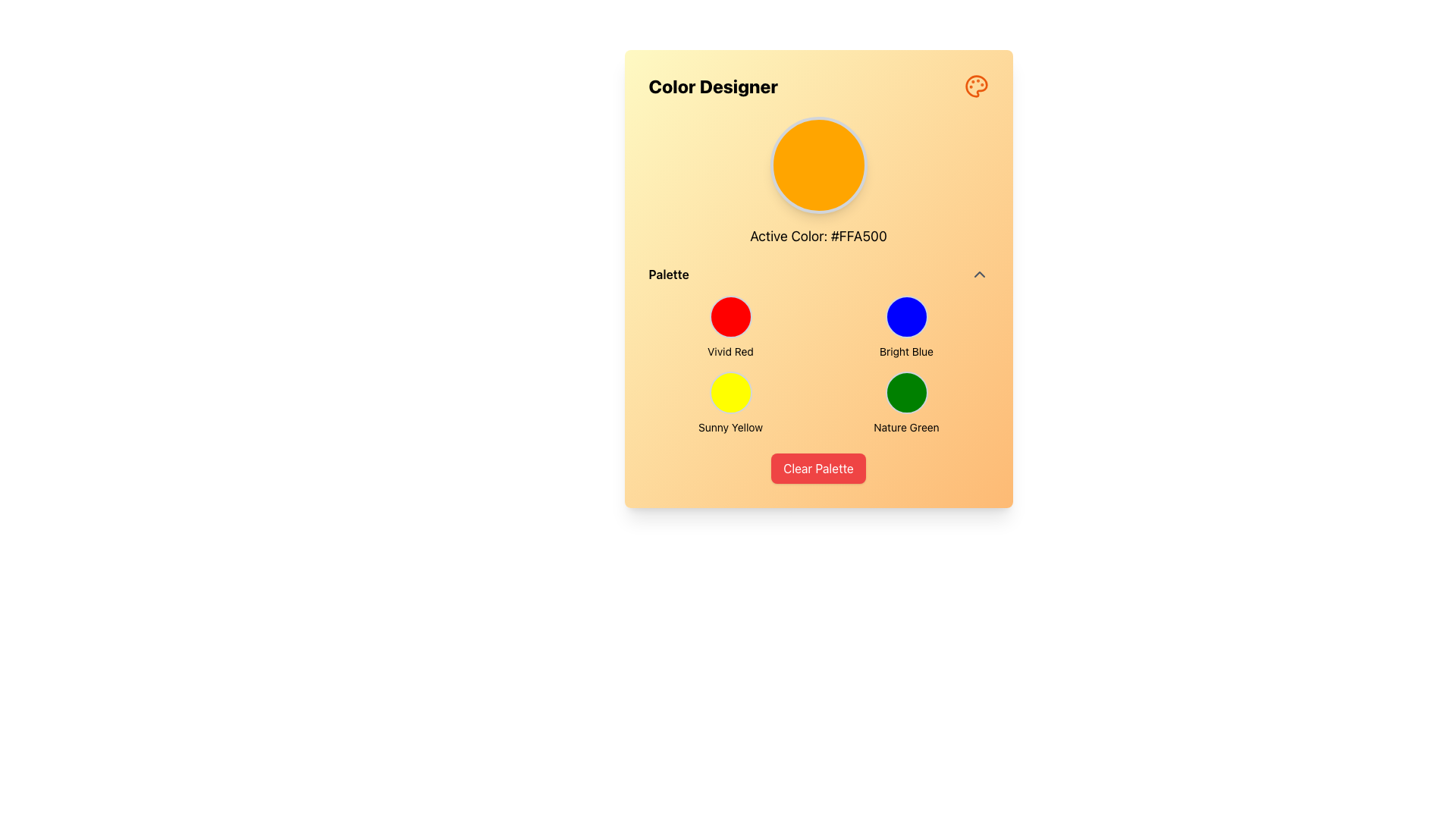 The image size is (1456, 819). What do you see at coordinates (906, 327) in the screenshot?
I see `to select the 'Bright Blue' color from the selectable color component positioned in the grid's first row, second column` at bounding box center [906, 327].